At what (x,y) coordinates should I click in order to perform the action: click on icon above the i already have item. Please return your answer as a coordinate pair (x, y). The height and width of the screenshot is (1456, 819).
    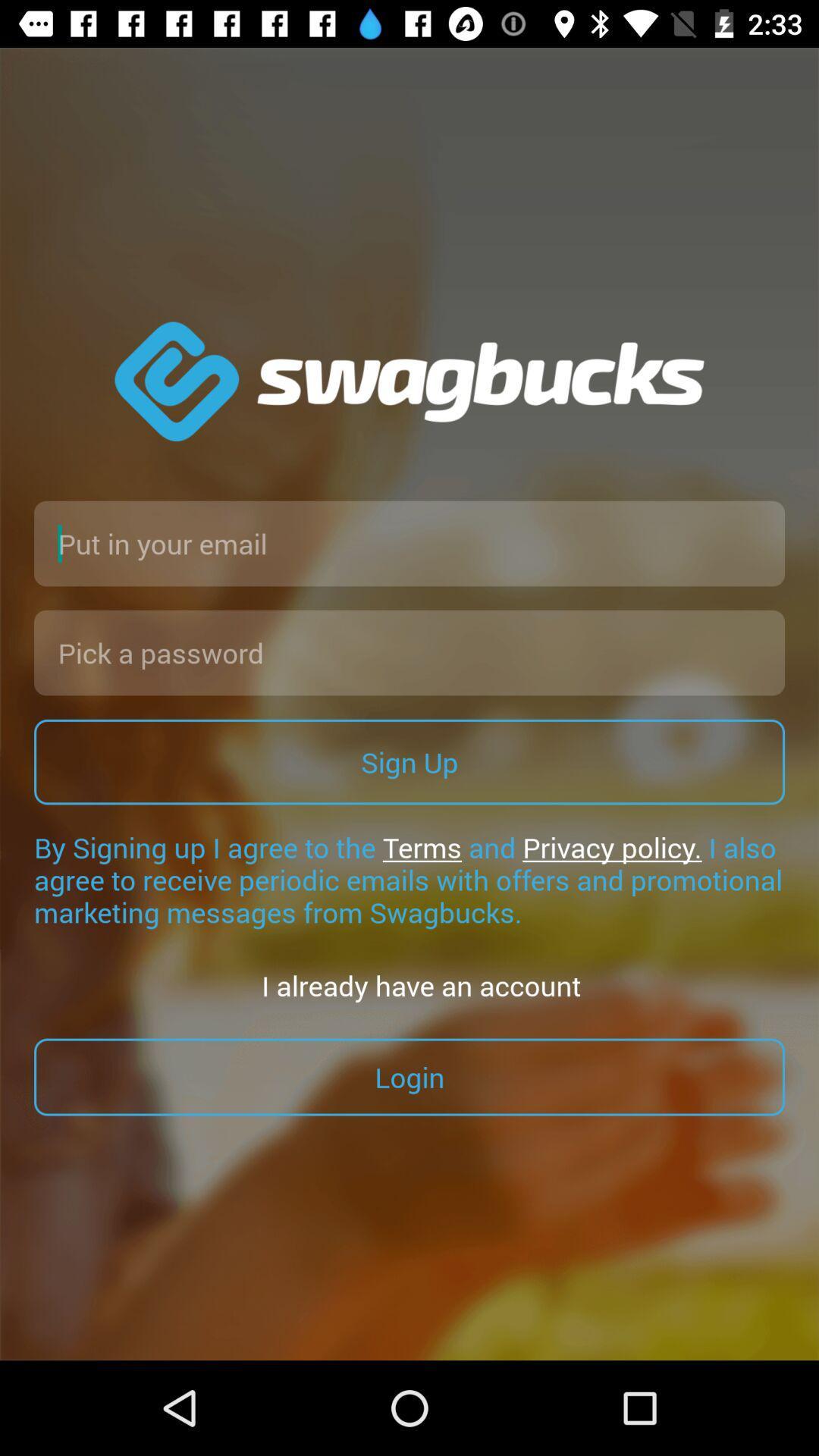
    Looking at the image, I should click on (409, 880).